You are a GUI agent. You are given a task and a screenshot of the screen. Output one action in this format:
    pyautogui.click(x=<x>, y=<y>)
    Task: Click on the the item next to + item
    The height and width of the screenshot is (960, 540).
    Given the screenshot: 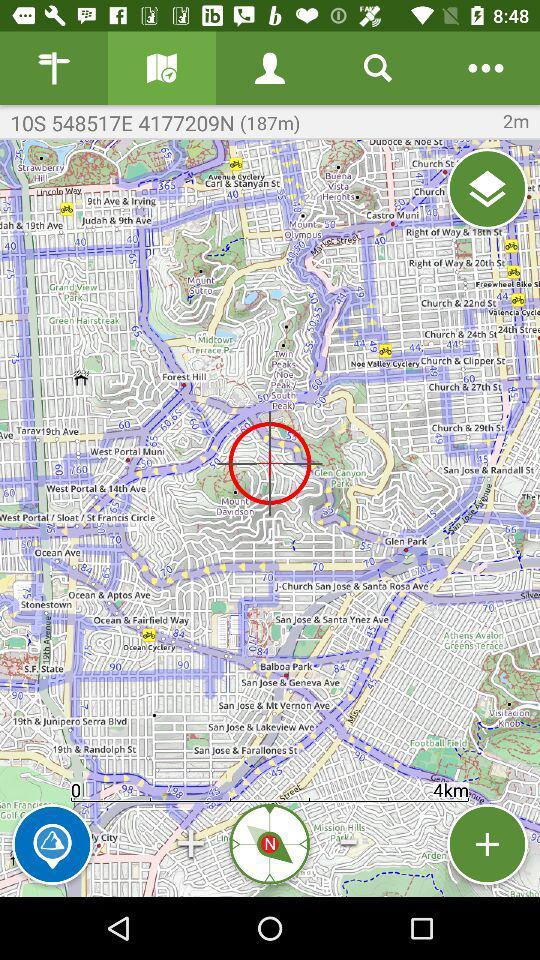 What is the action you would take?
    pyautogui.click(x=52, y=843)
    